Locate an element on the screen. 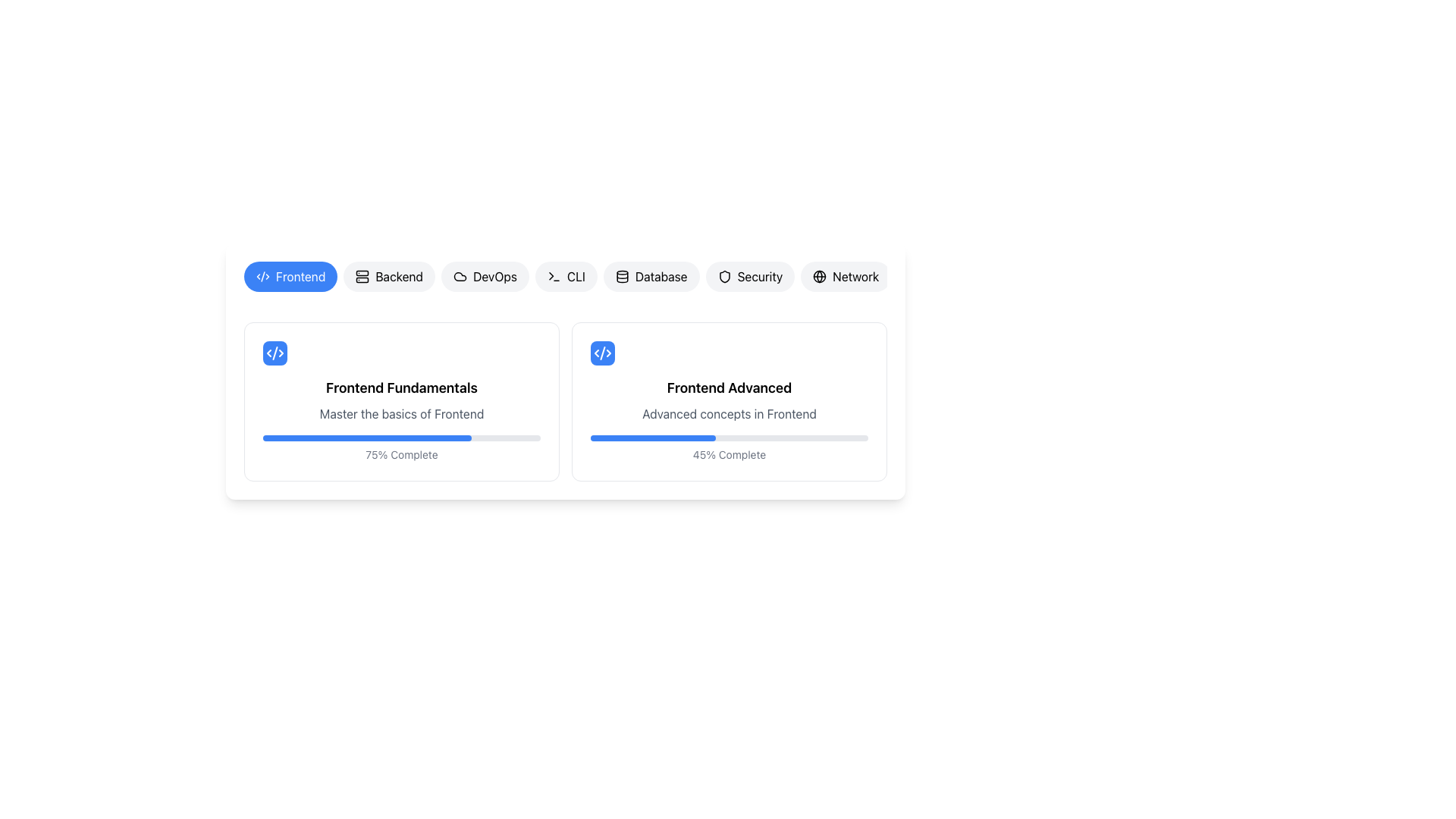 The image size is (1456, 819). the globe outline icon representing connectivity, which is embedded in the 'Network' button at the top-right of the category buttons is located at coordinates (819, 277).